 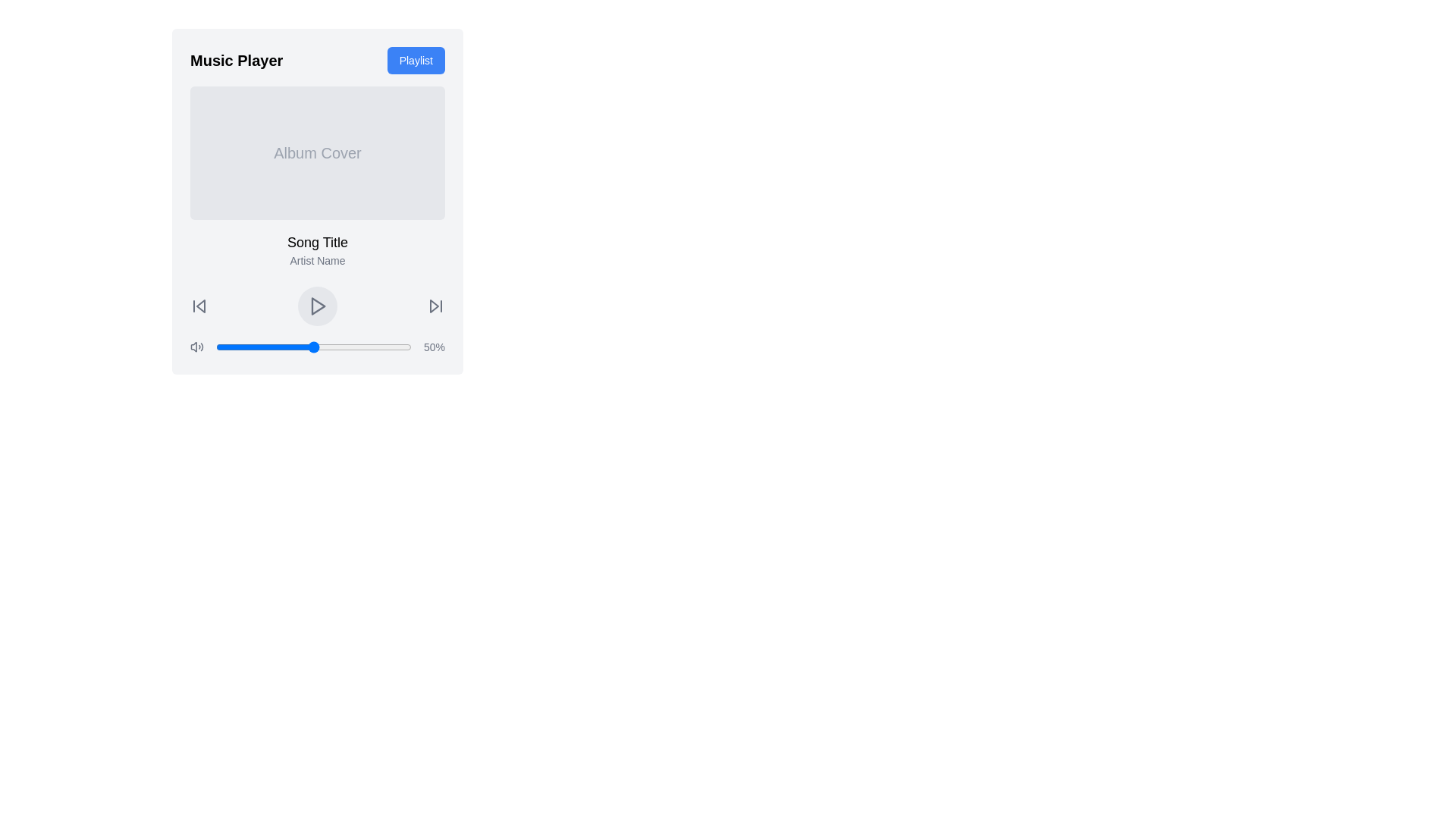 I want to click on the visual appearance of the skip-backward button icon located on the left side of the music player UI, positioned near the bottom-left corner of the control area, so click(x=199, y=306).